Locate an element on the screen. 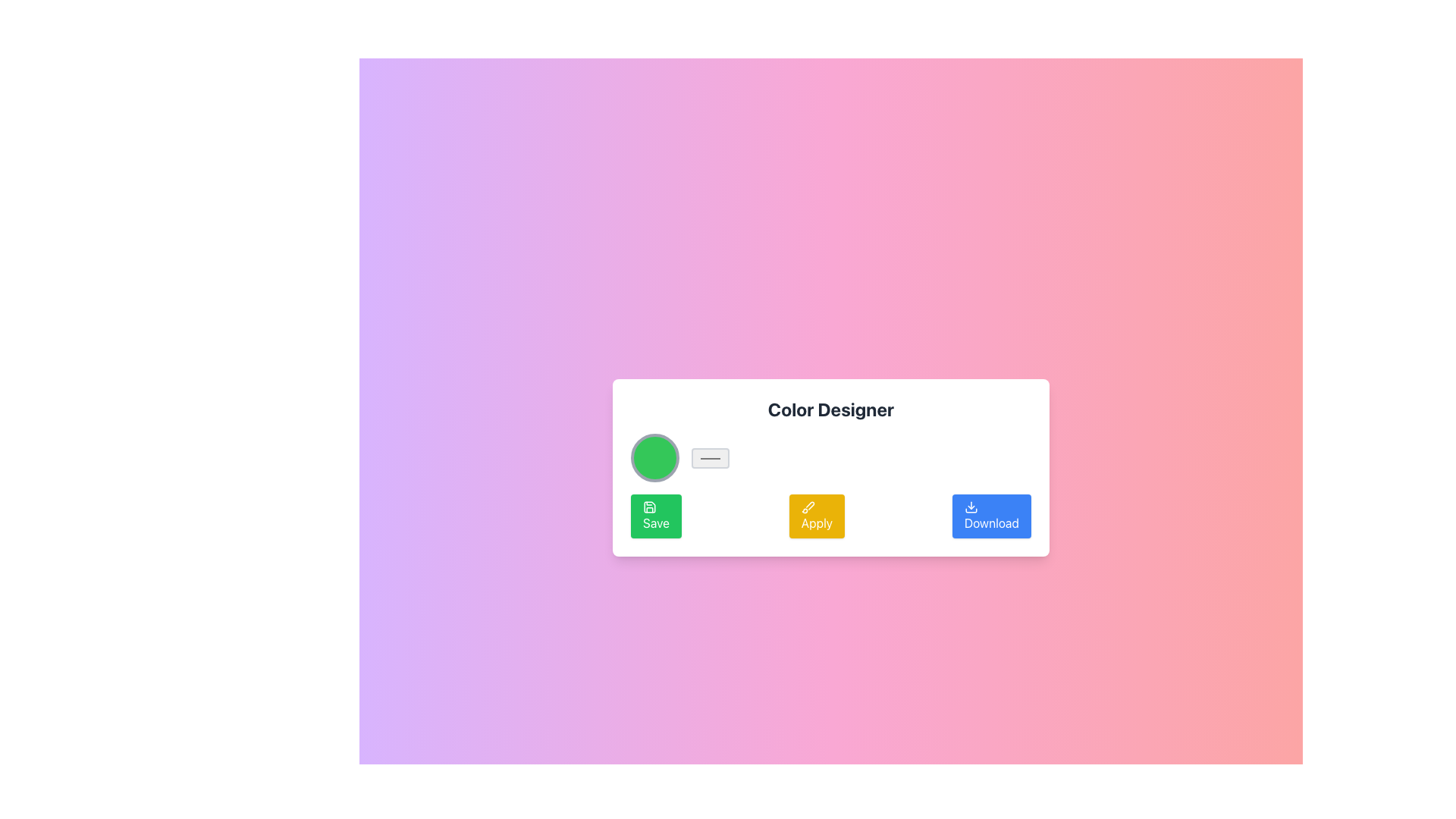 The width and height of the screenshot is (1456, 819). the 'Apply' button, which is the middle button in a horizontal row of three buttons labeled 'Save', 'Apply', and 'Download' located near the bottom center of the card labeled 'Color Designer' is located at coordinates (807, 507).